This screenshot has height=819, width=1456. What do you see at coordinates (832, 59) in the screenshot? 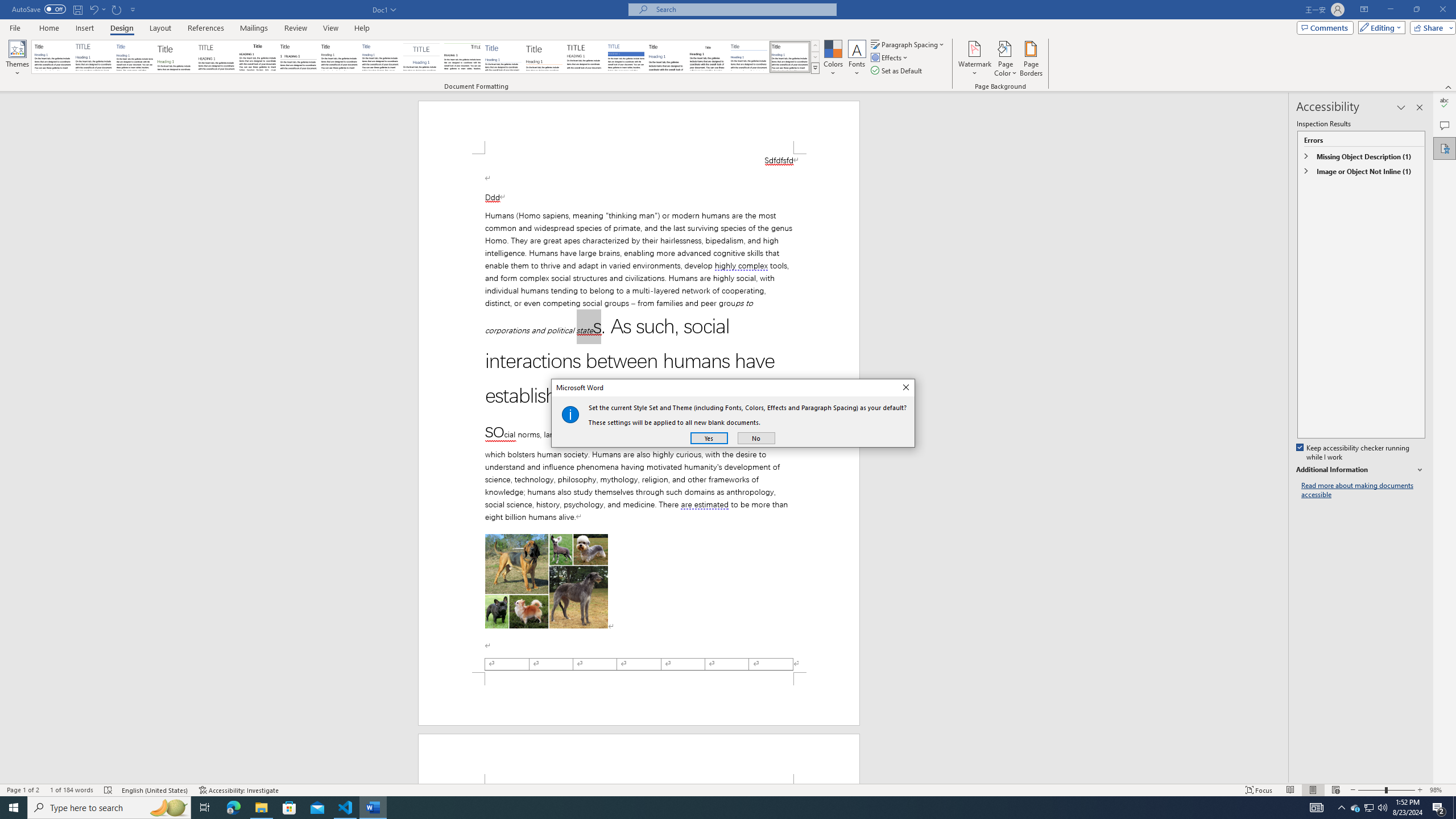
I see `'Colors'` at bounding box center [832, 59].